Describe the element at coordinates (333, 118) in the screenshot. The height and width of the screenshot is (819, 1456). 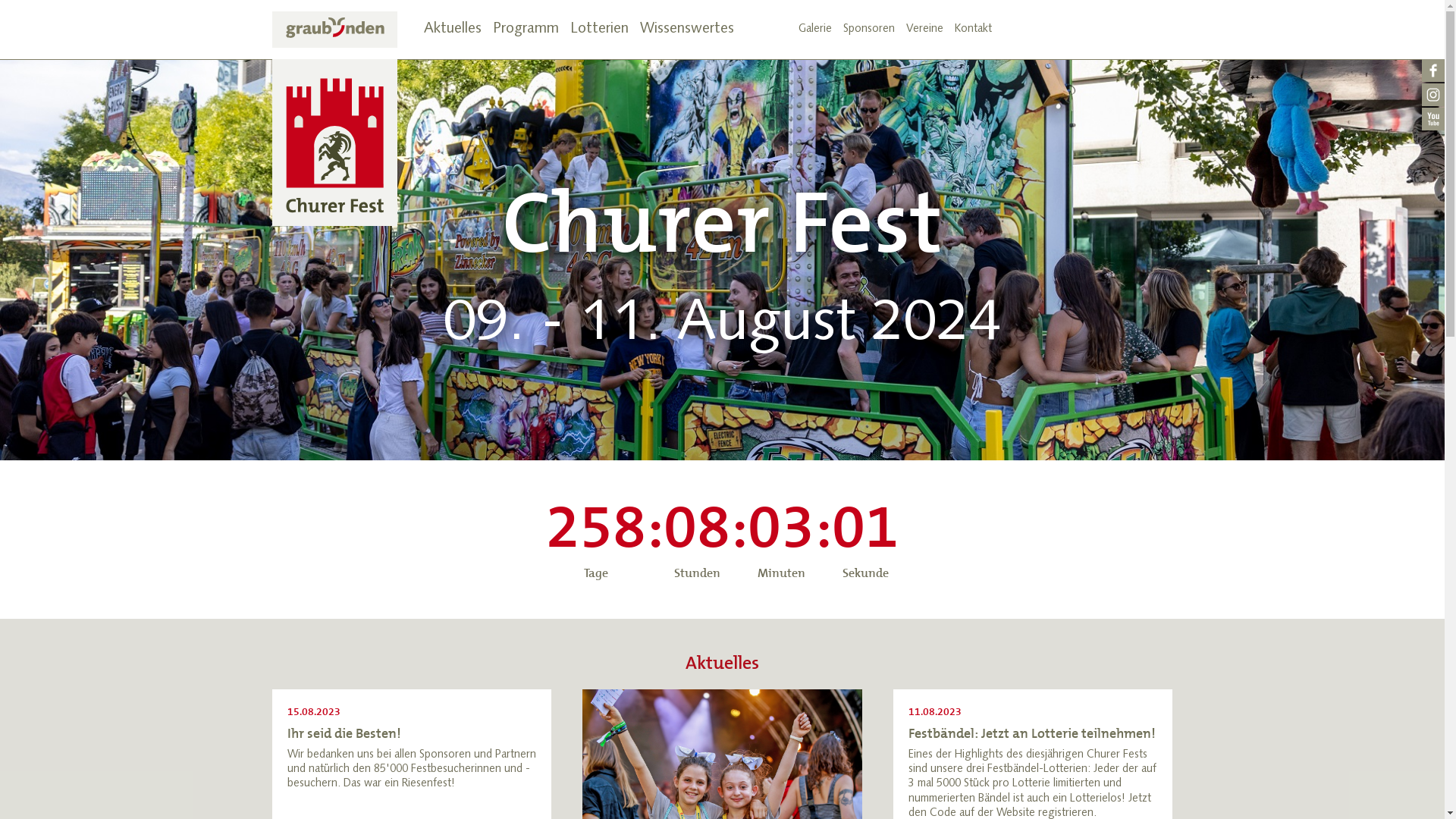
I see `'Startseite'` at that location.